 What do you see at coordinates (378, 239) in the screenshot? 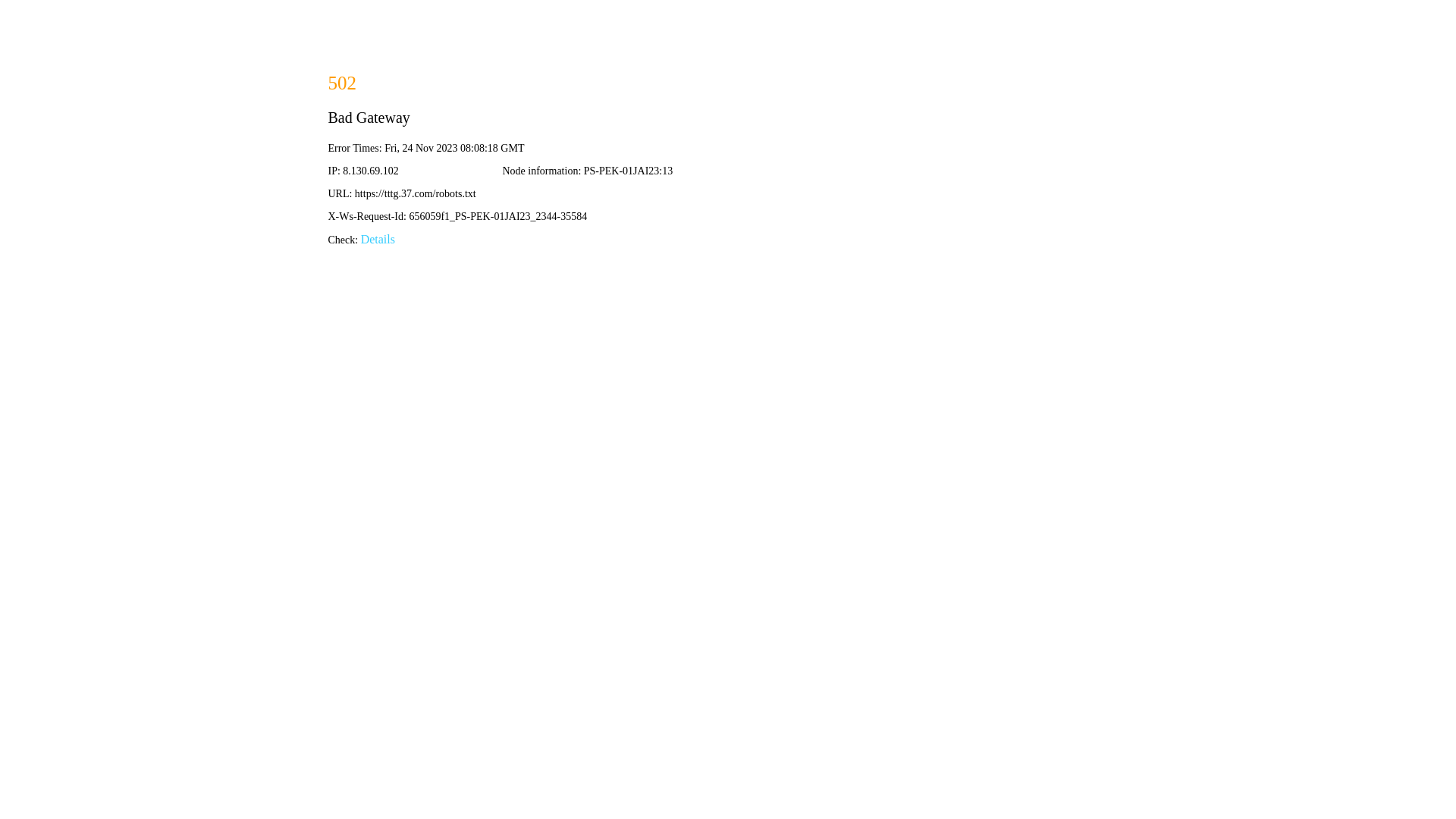
I see `'Details'` at bounding box center [378, 239].